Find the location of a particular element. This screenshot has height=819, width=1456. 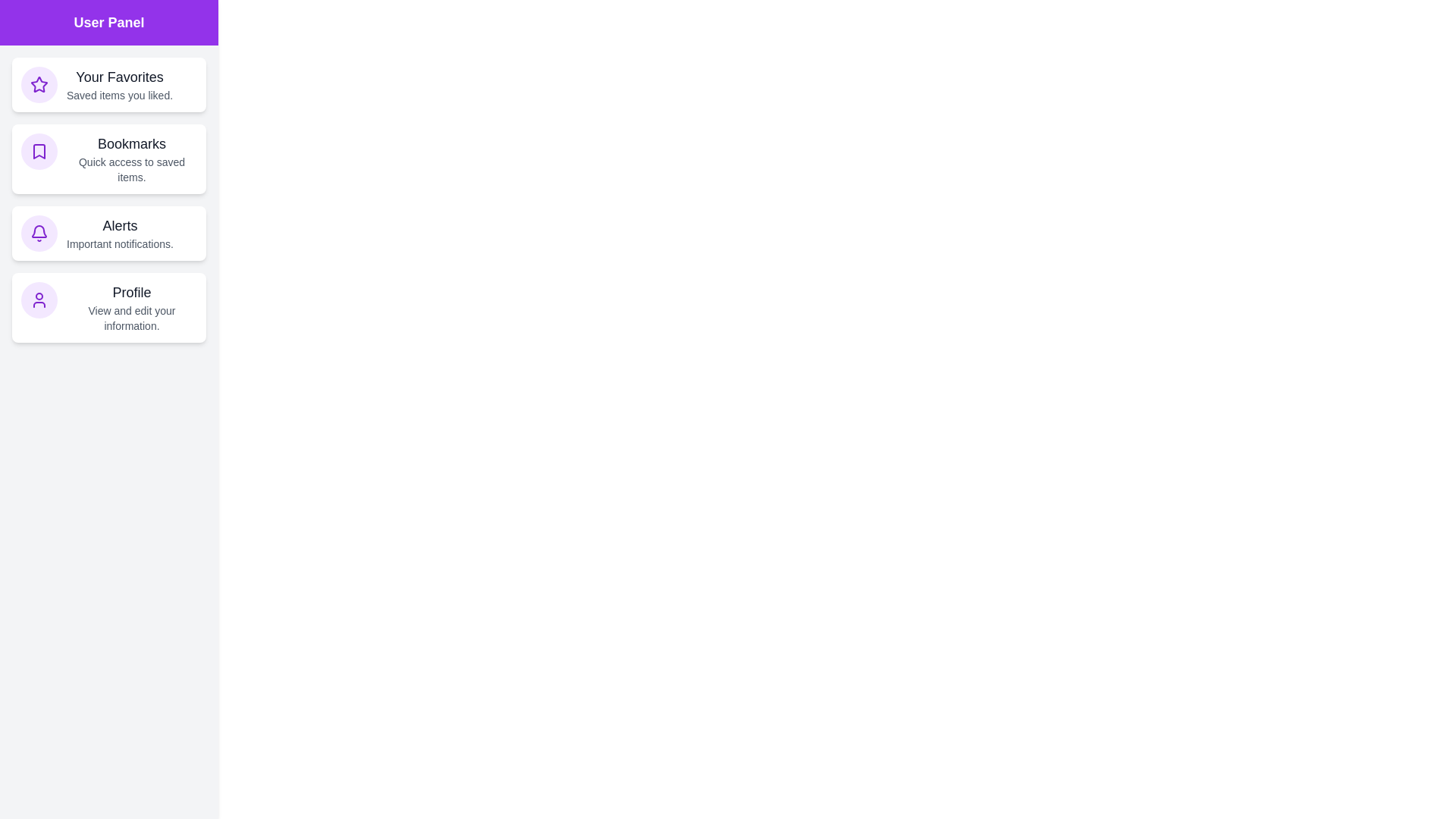

button in the top-left corner to toggle the drawer visibility is located at coordinates (30, 30).